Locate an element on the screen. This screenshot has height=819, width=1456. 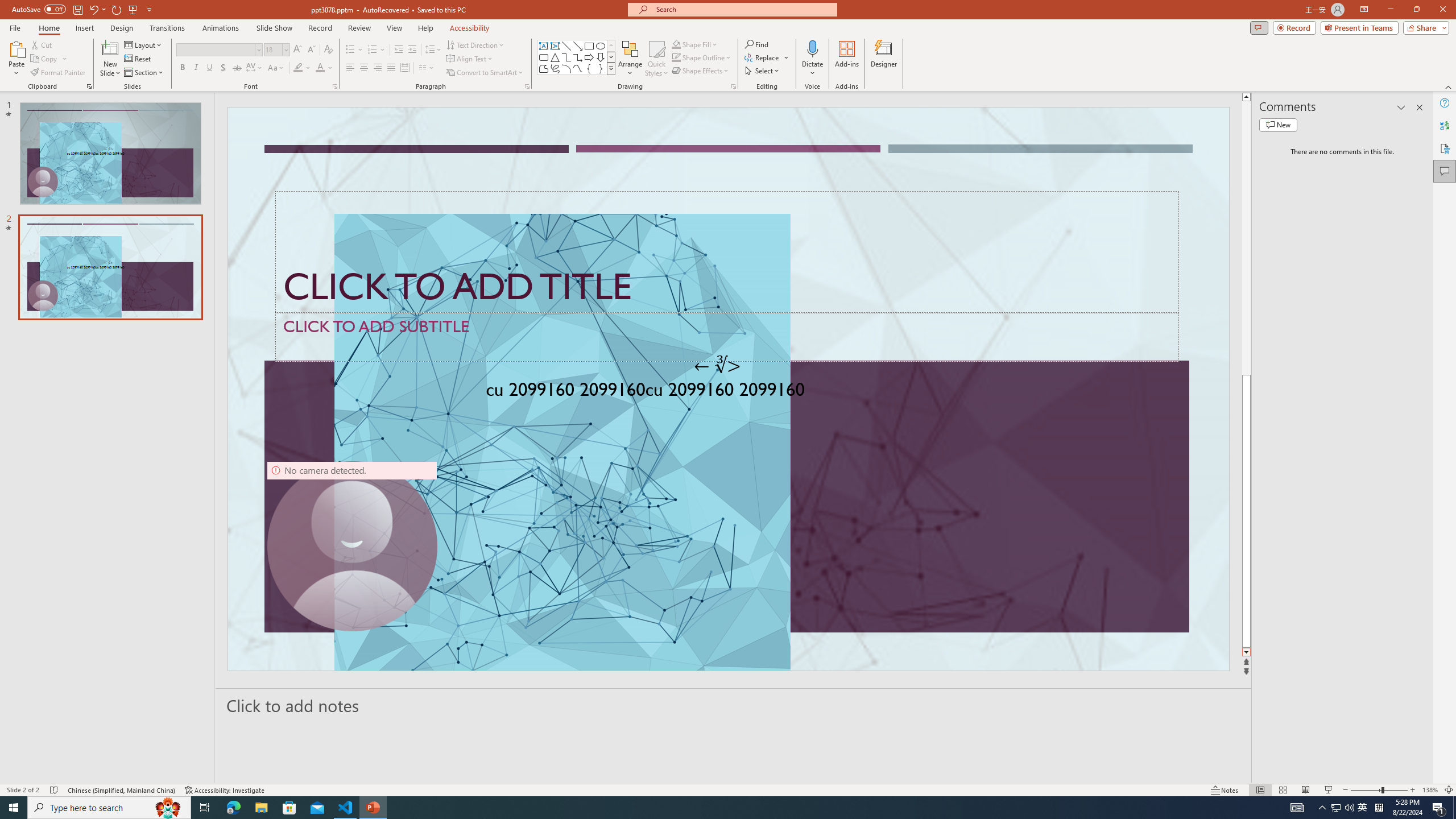
'Shape Outline Green, Accent 1' is located at coordinates (676, 56).